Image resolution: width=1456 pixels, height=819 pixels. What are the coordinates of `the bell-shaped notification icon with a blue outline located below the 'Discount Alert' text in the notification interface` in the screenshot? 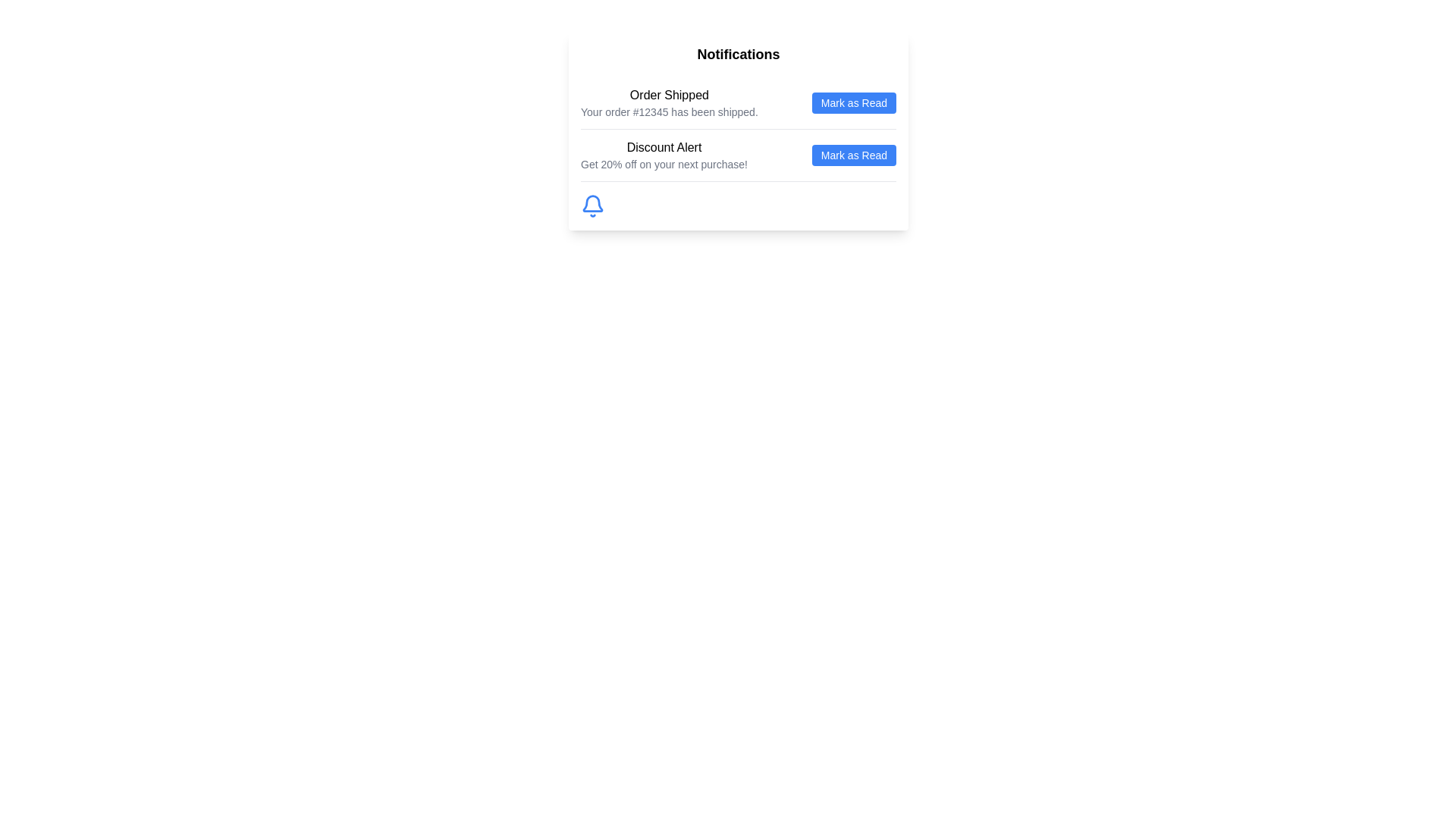 It's located at (592, 206).